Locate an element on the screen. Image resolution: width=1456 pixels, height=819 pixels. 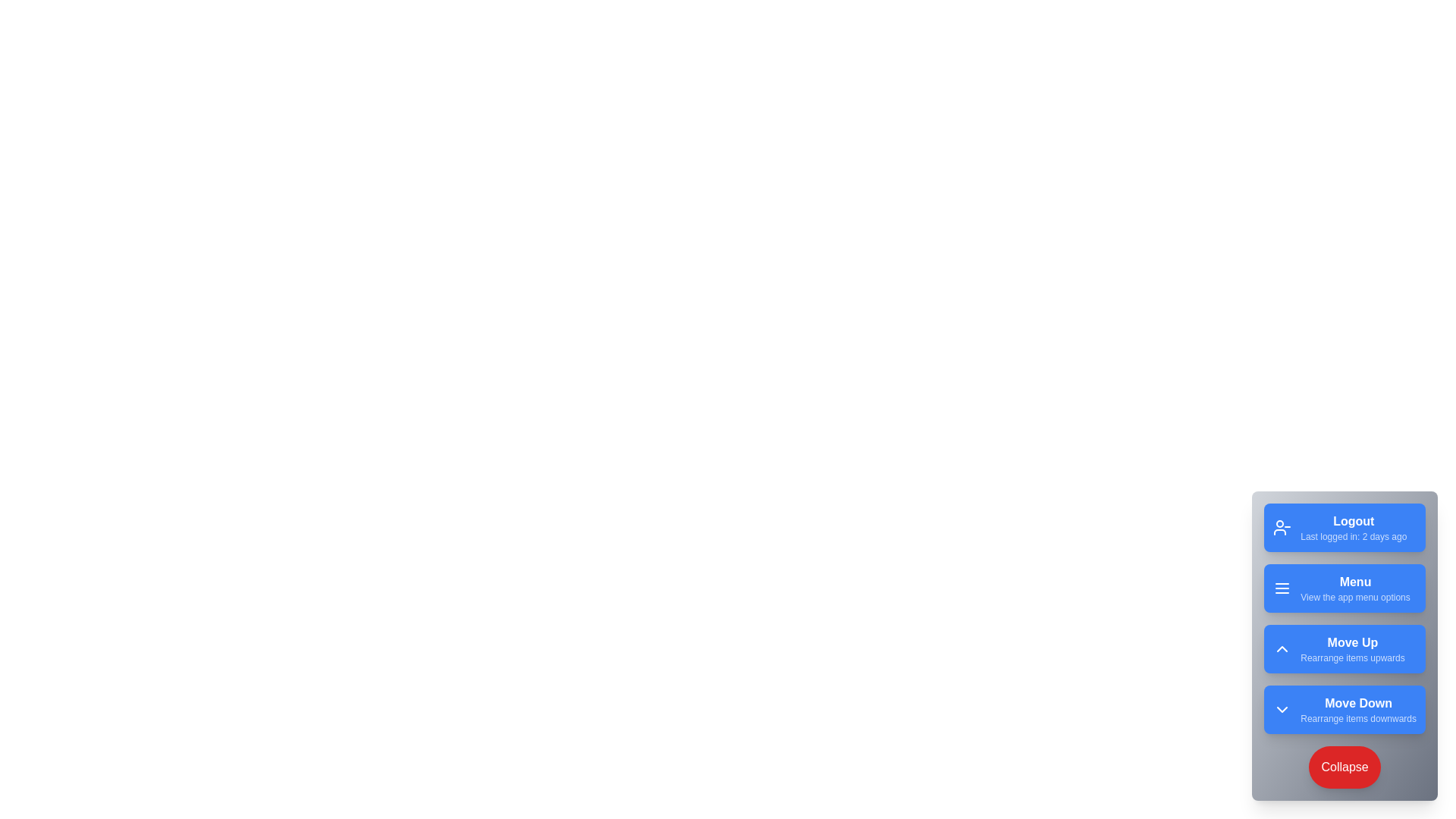
the red 'Collapse' button with white text to observe its hover effect is located at coordinates (1345, 767).